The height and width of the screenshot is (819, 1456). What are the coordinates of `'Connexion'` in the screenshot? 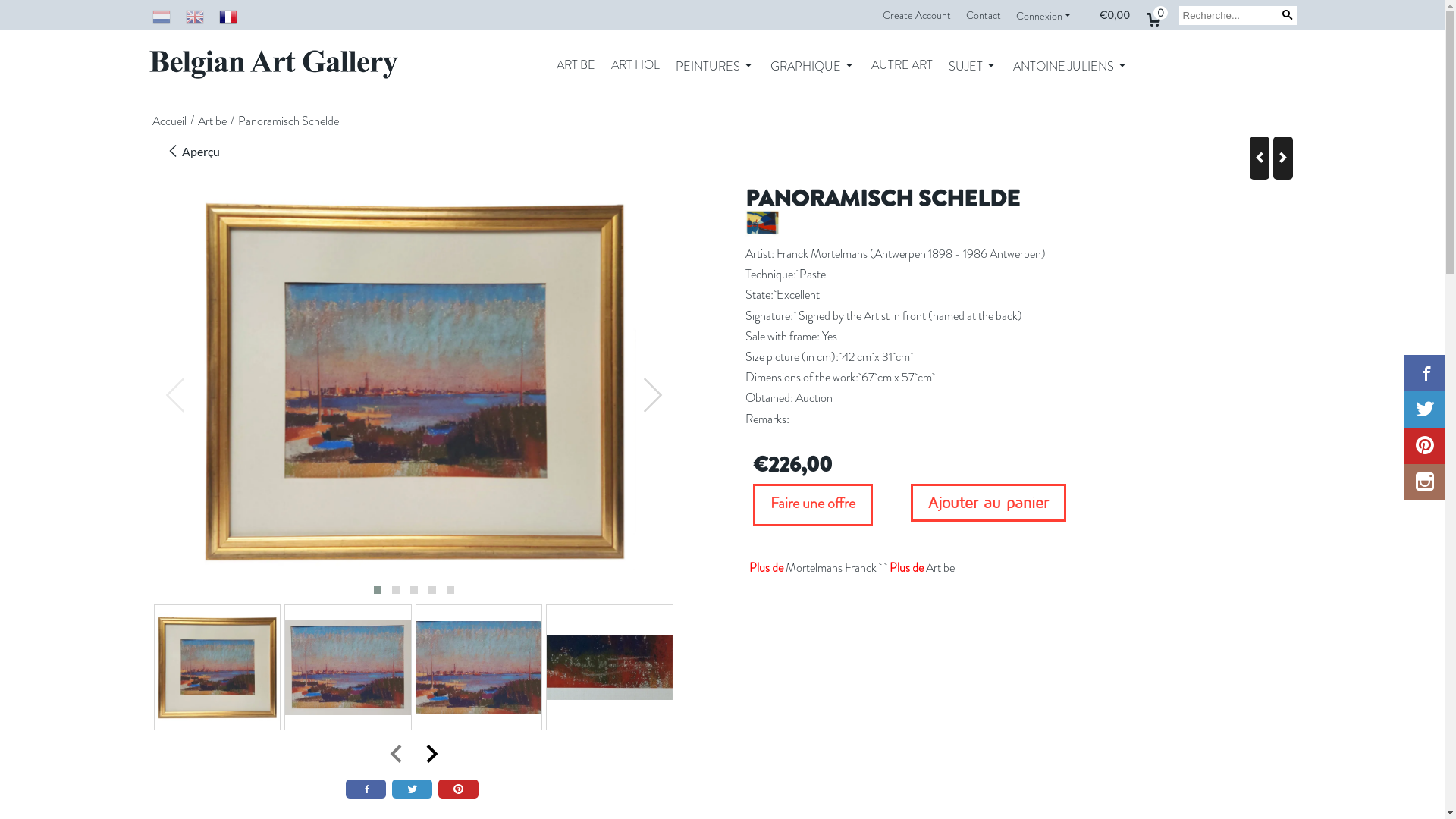 It's located at (1015, 15).